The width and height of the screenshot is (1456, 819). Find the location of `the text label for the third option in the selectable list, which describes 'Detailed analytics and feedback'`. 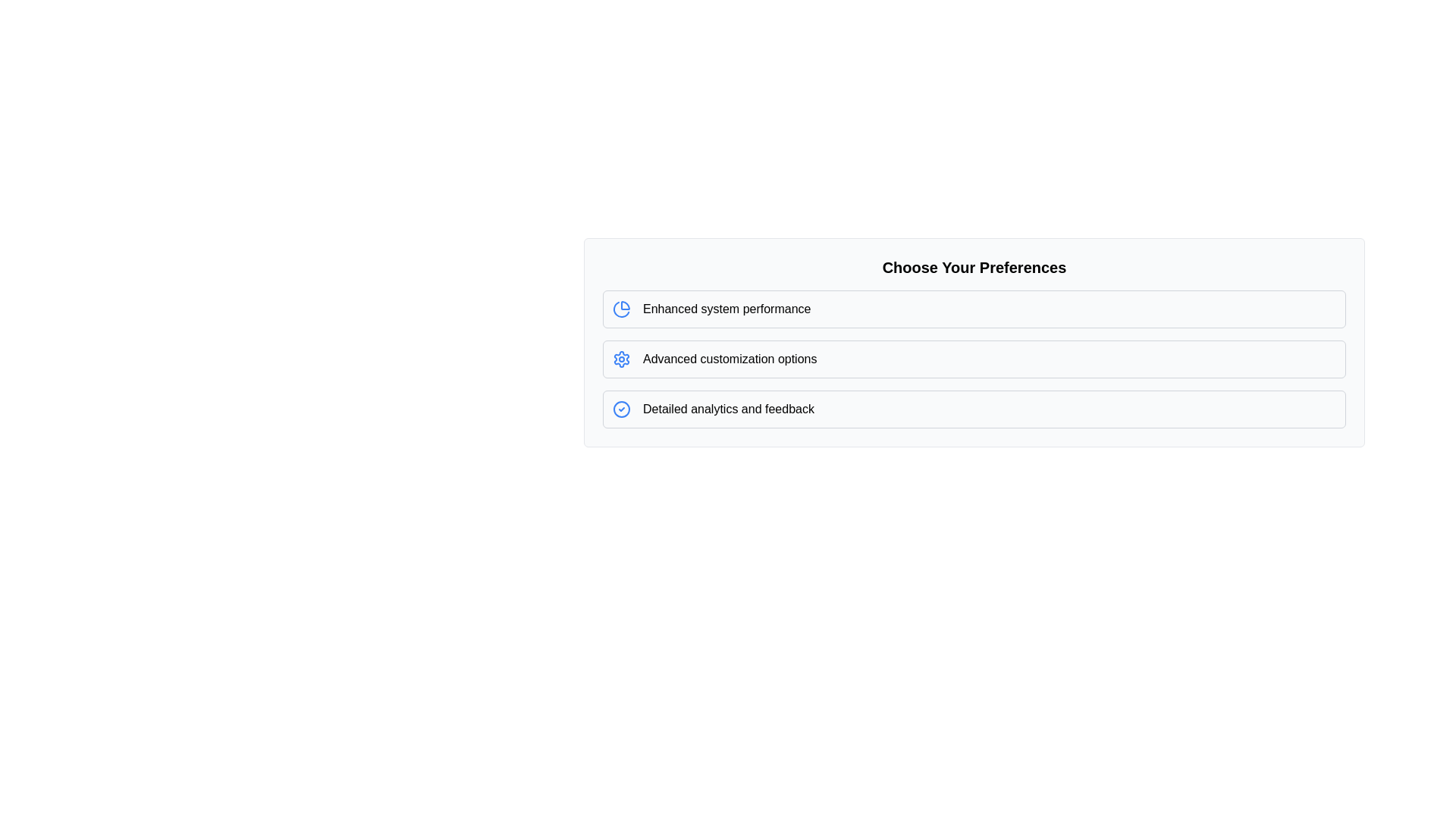

the text label for the third option in the selectable list, which describes 'Detailed analytics and feedback' is located at coordinates (728, 409).